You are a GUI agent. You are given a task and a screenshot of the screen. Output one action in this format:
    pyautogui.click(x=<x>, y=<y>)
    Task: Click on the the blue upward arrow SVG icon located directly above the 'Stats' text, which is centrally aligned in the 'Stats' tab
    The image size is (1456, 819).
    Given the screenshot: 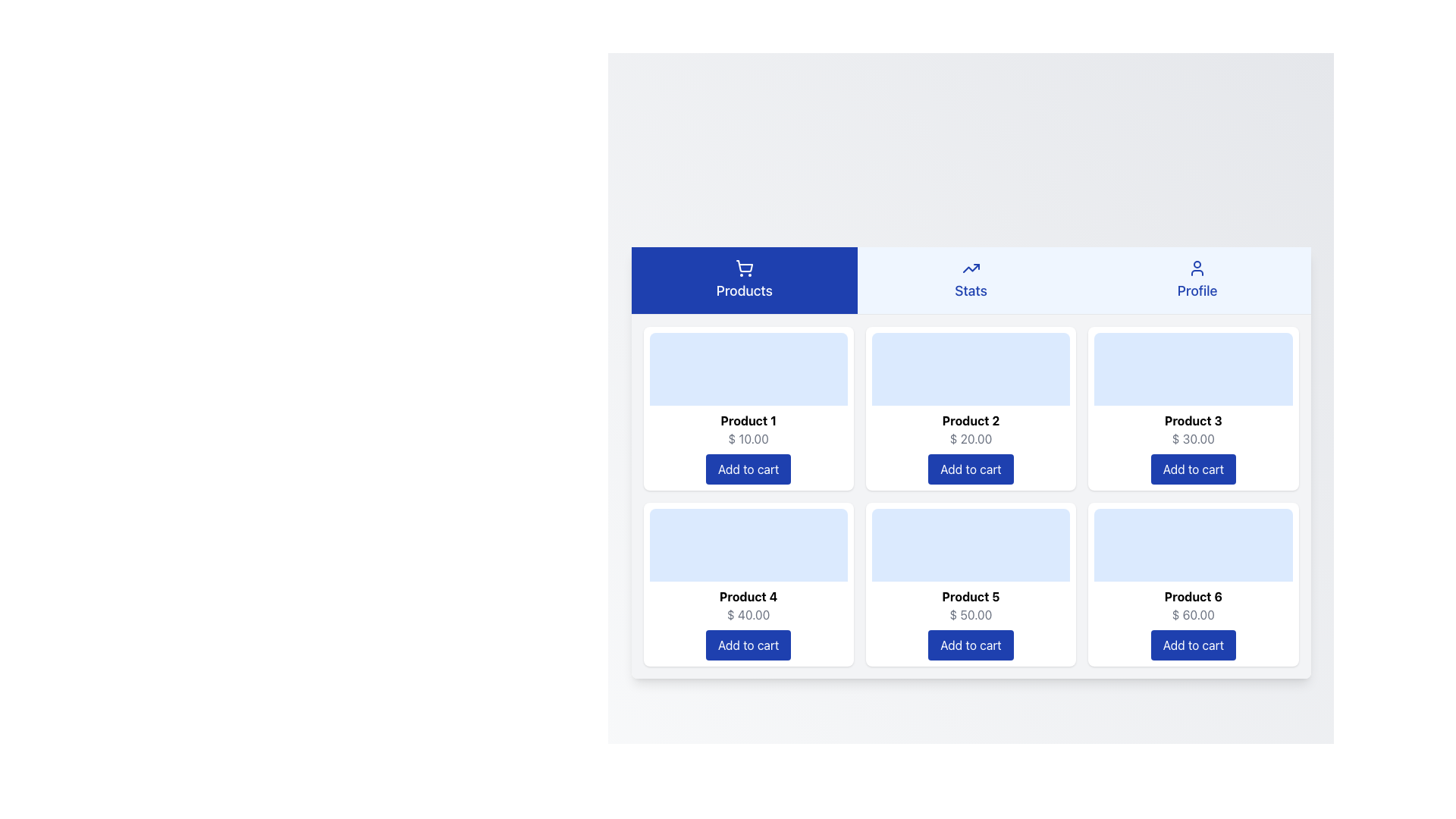 What is the action you would take?
    pyautogui.click(x=971, y=267)
    